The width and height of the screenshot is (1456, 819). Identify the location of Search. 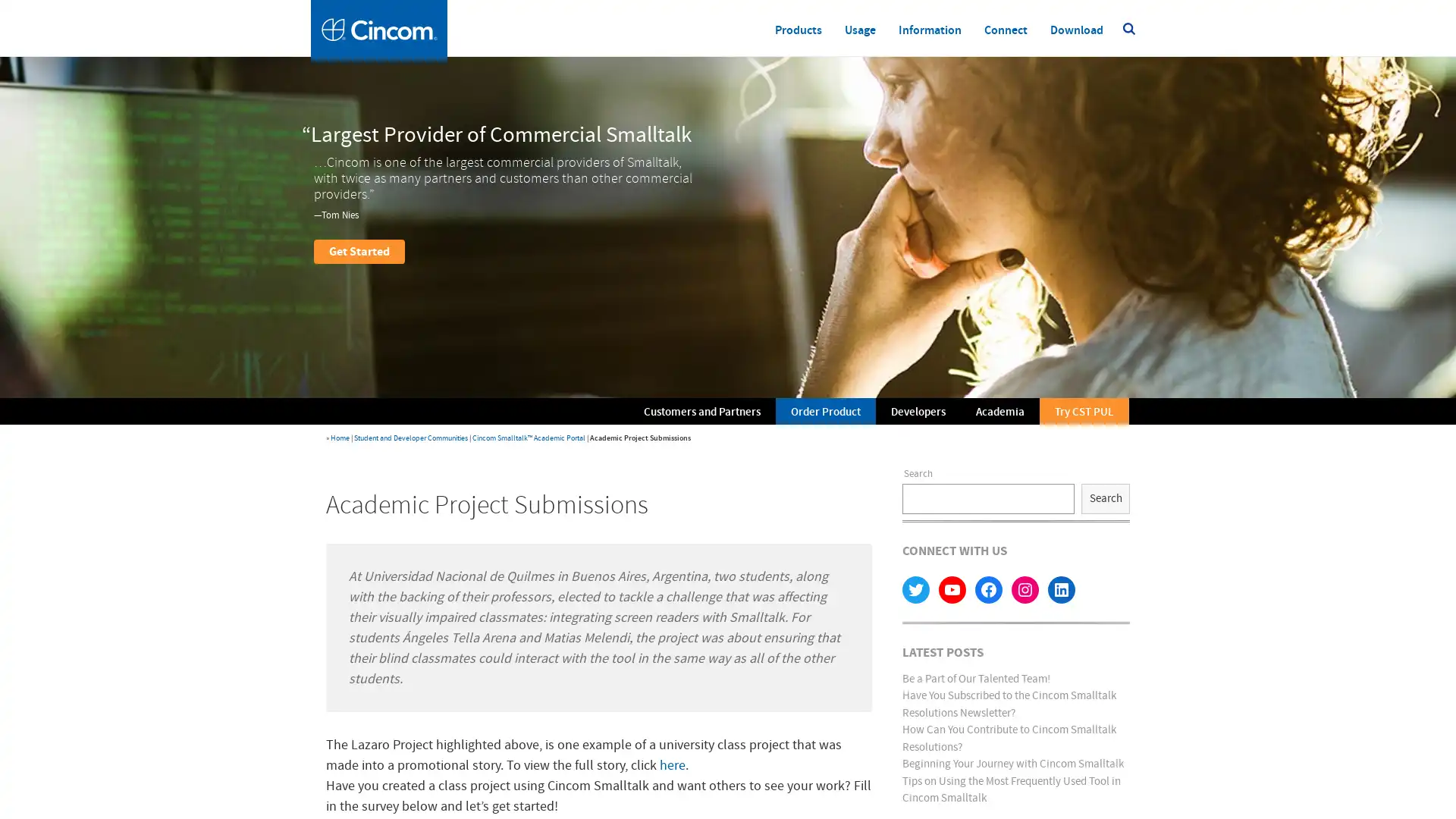
(1106, 498).